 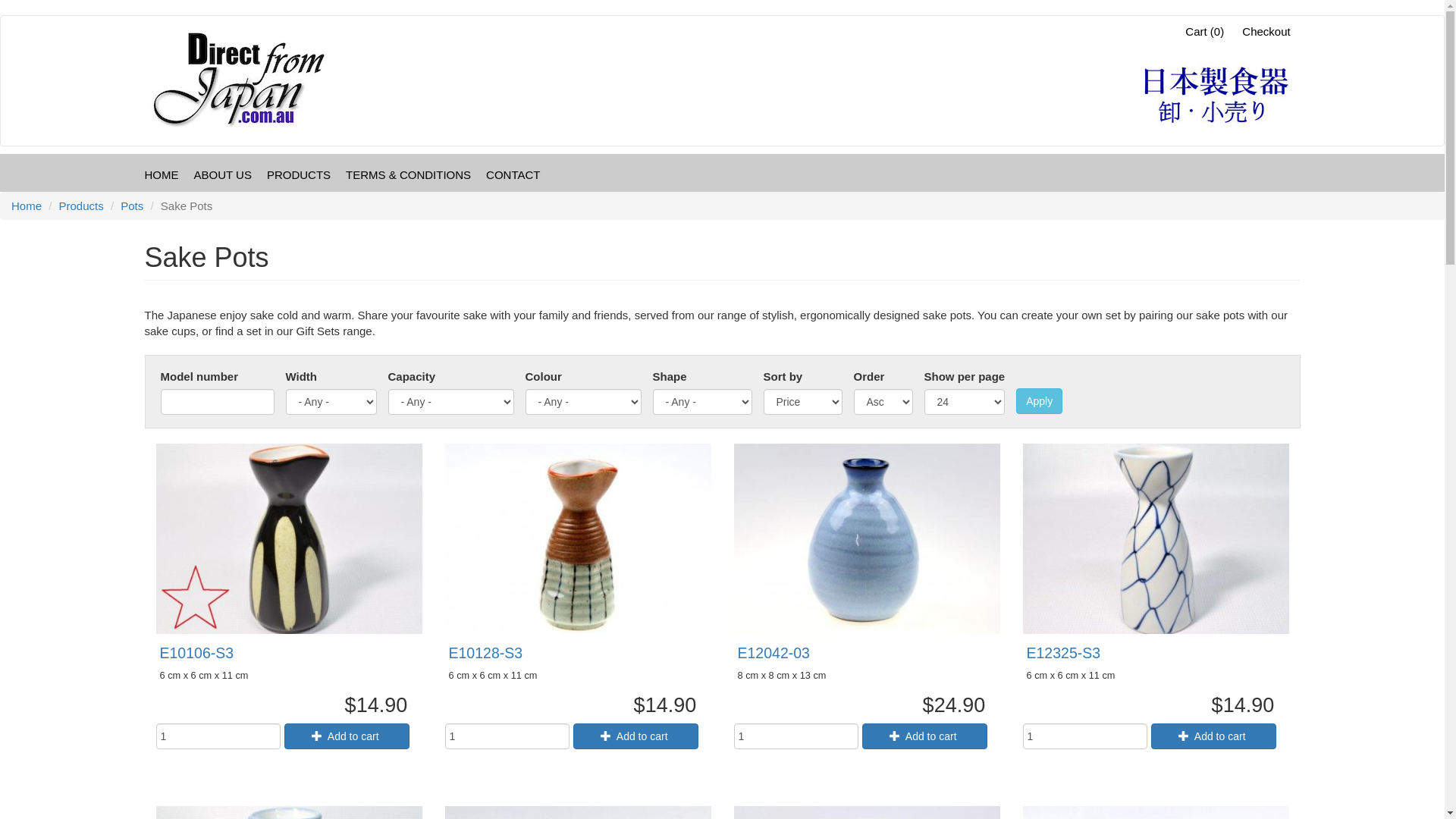 What do you see at coordinates (513, 174) in the screenshot?
I see `'CONTACT'` at bounding box center [513, 174].